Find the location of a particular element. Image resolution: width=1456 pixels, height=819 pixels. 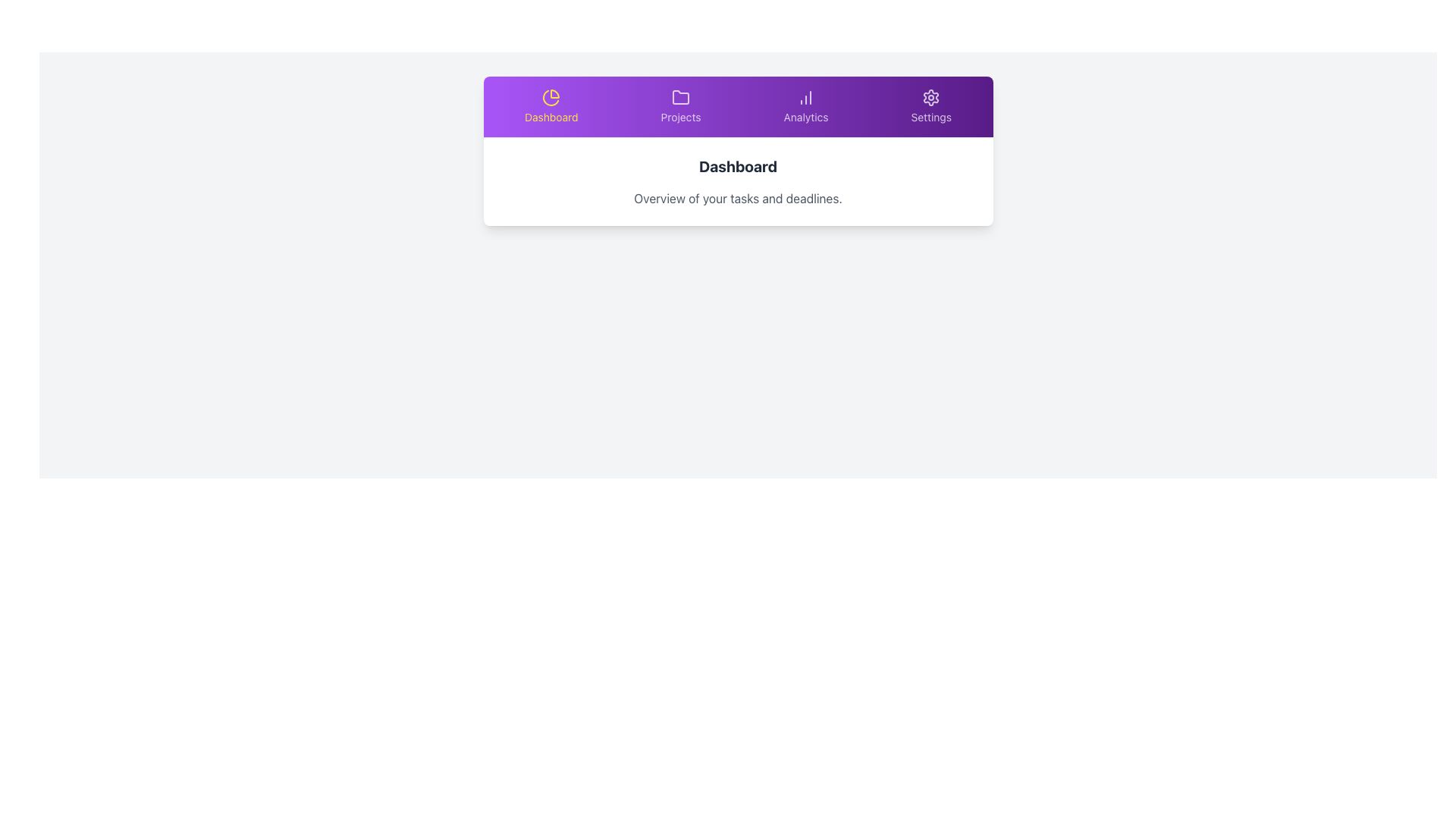

the outlined folder icon located in the second section of the navigation bar, directly above the text 'Projects' is located at coordinates (679, 97).